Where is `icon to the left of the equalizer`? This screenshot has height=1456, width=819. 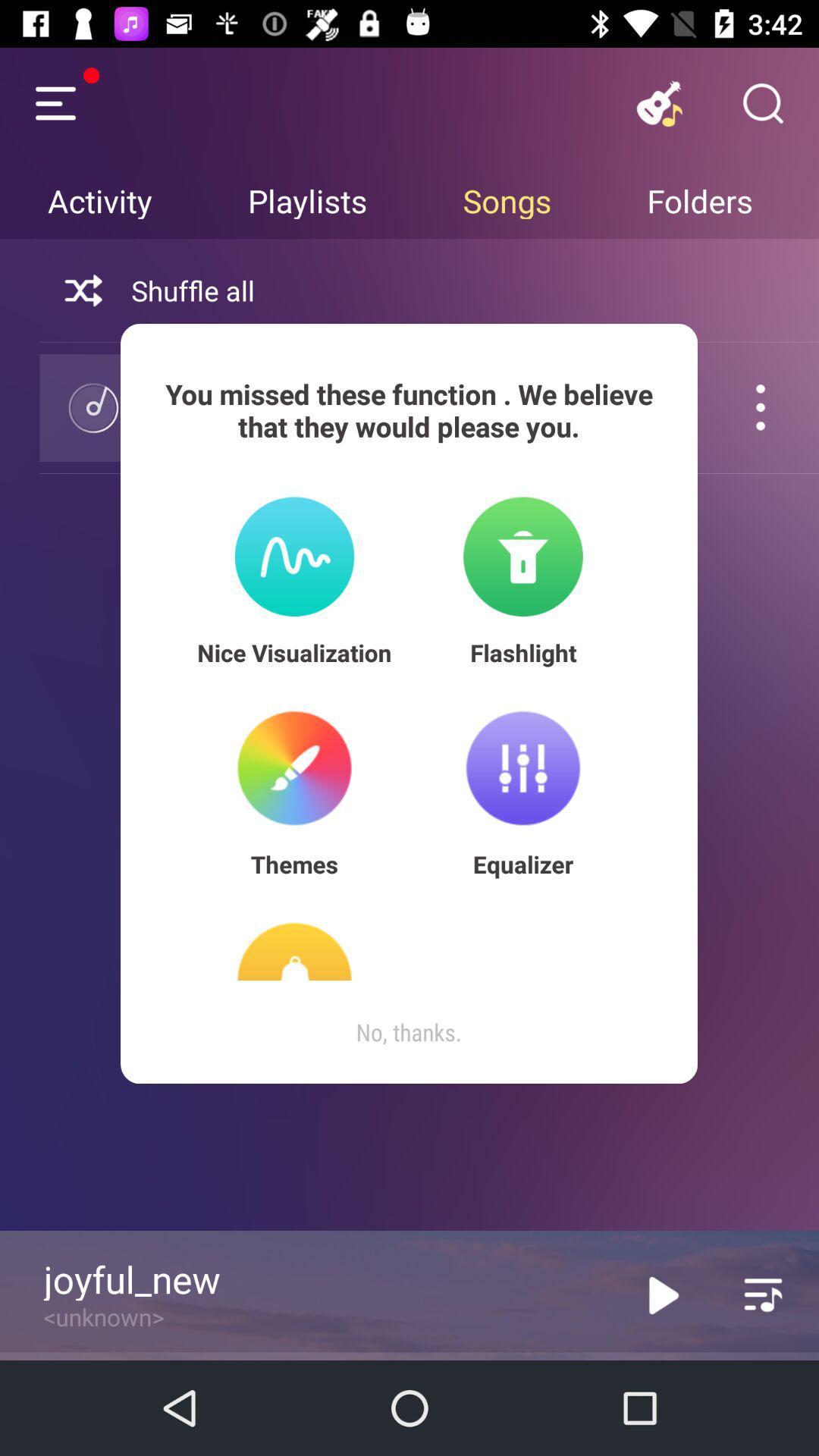 icon to the left of the equalizer is located at coordinates (294, 864).